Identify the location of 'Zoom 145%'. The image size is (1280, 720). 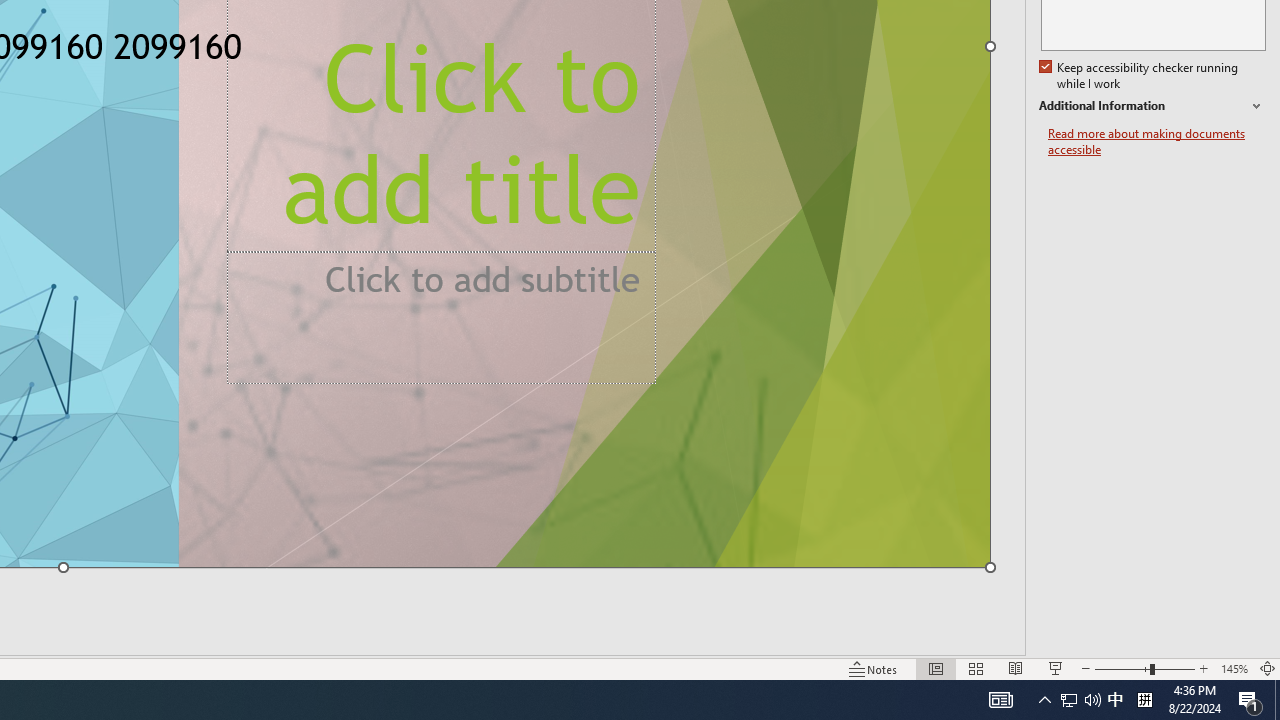
(1233, 669).